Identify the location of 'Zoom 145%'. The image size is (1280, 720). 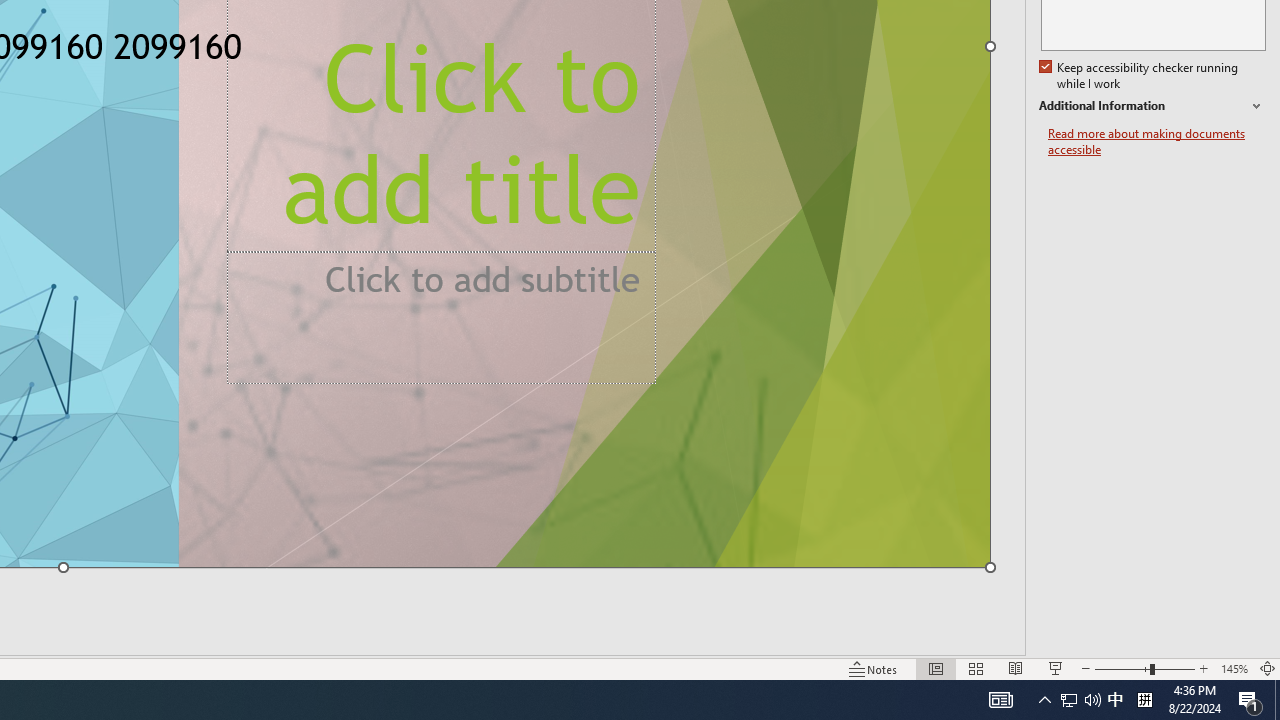
(1233, 669).